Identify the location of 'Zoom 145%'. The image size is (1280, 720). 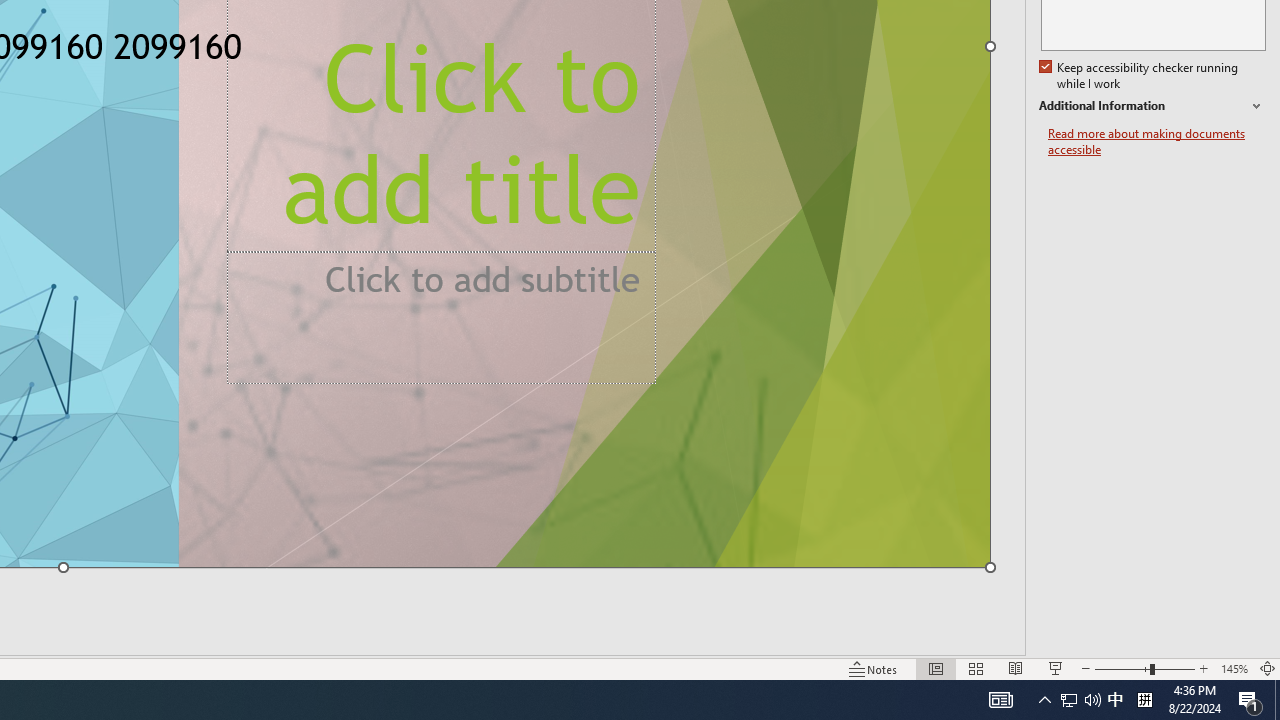
(1233, 669).